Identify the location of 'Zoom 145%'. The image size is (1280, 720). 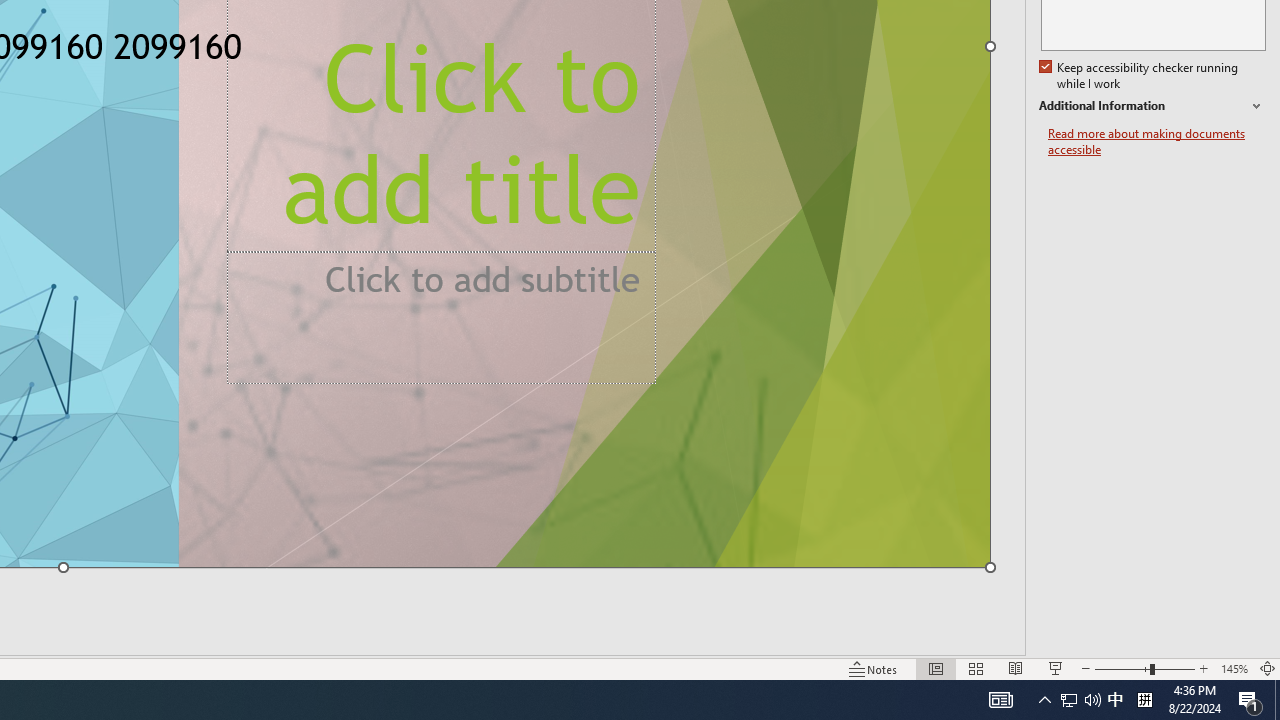
(1233, 669).